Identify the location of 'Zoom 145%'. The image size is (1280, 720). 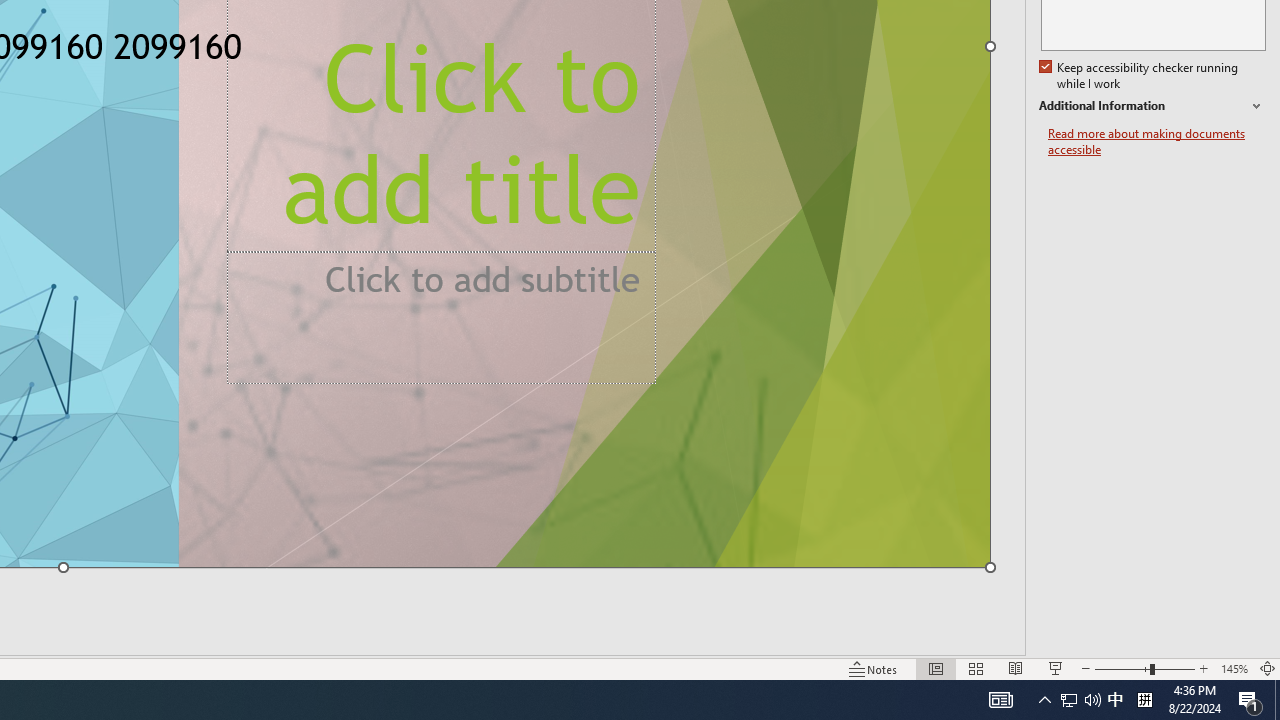
(1233, 669).